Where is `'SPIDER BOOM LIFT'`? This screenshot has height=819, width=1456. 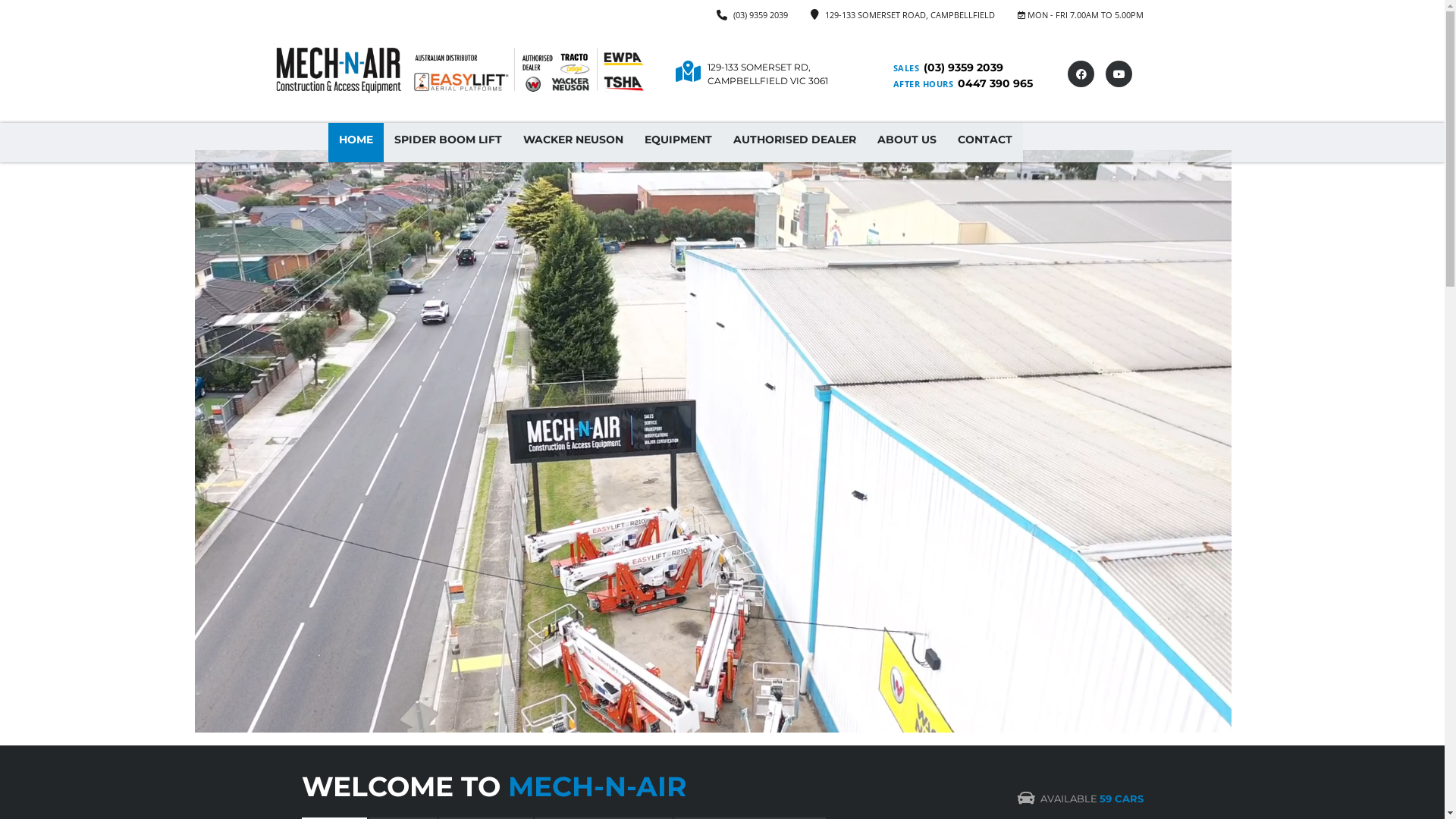
'SPIDER BOOM LIFT' is located at coordinates (447, 143).